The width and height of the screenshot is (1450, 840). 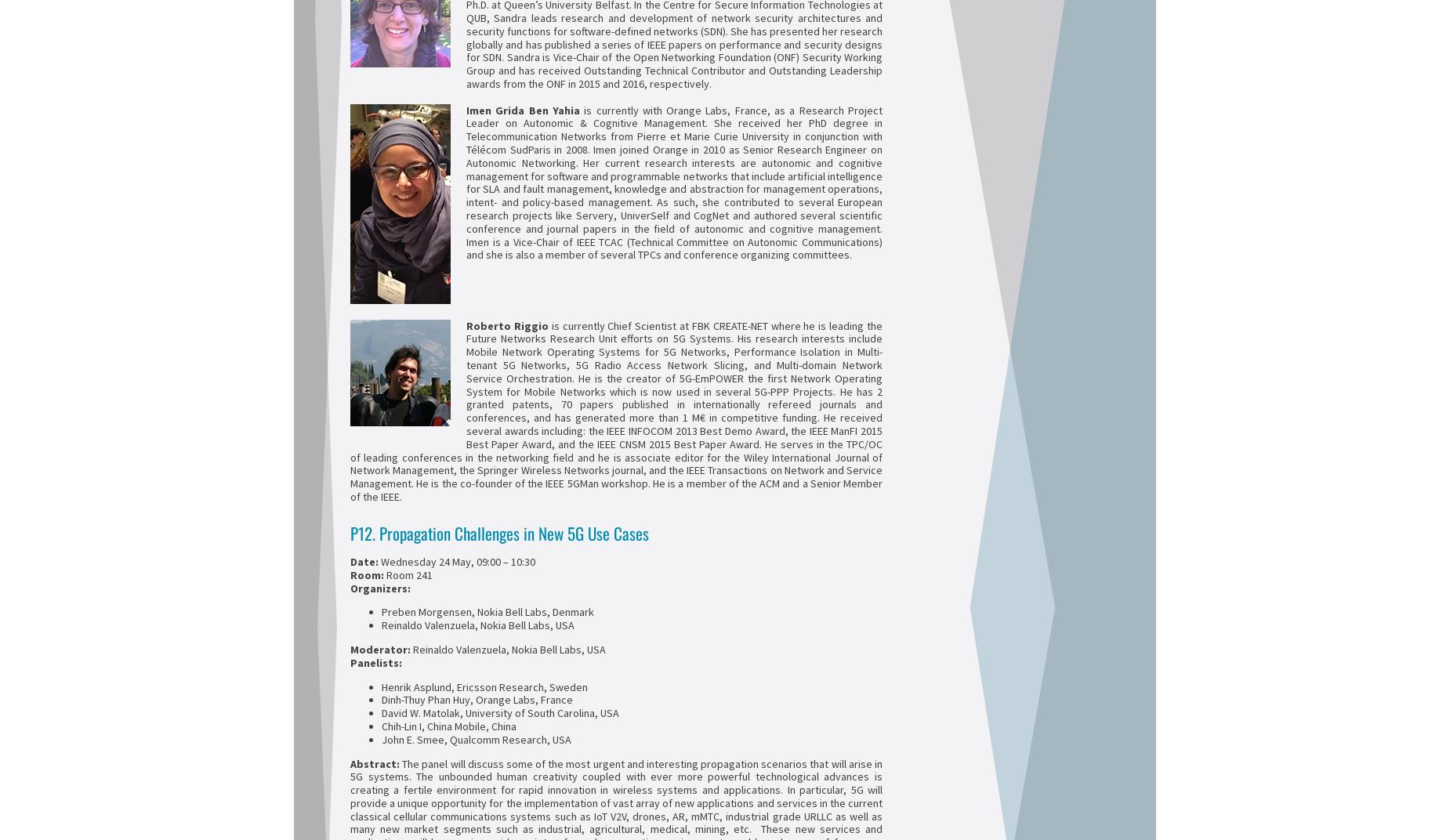 I want to click on 'John E. Smee, Qualcomm Research, USA', so click(x=476, y=738).